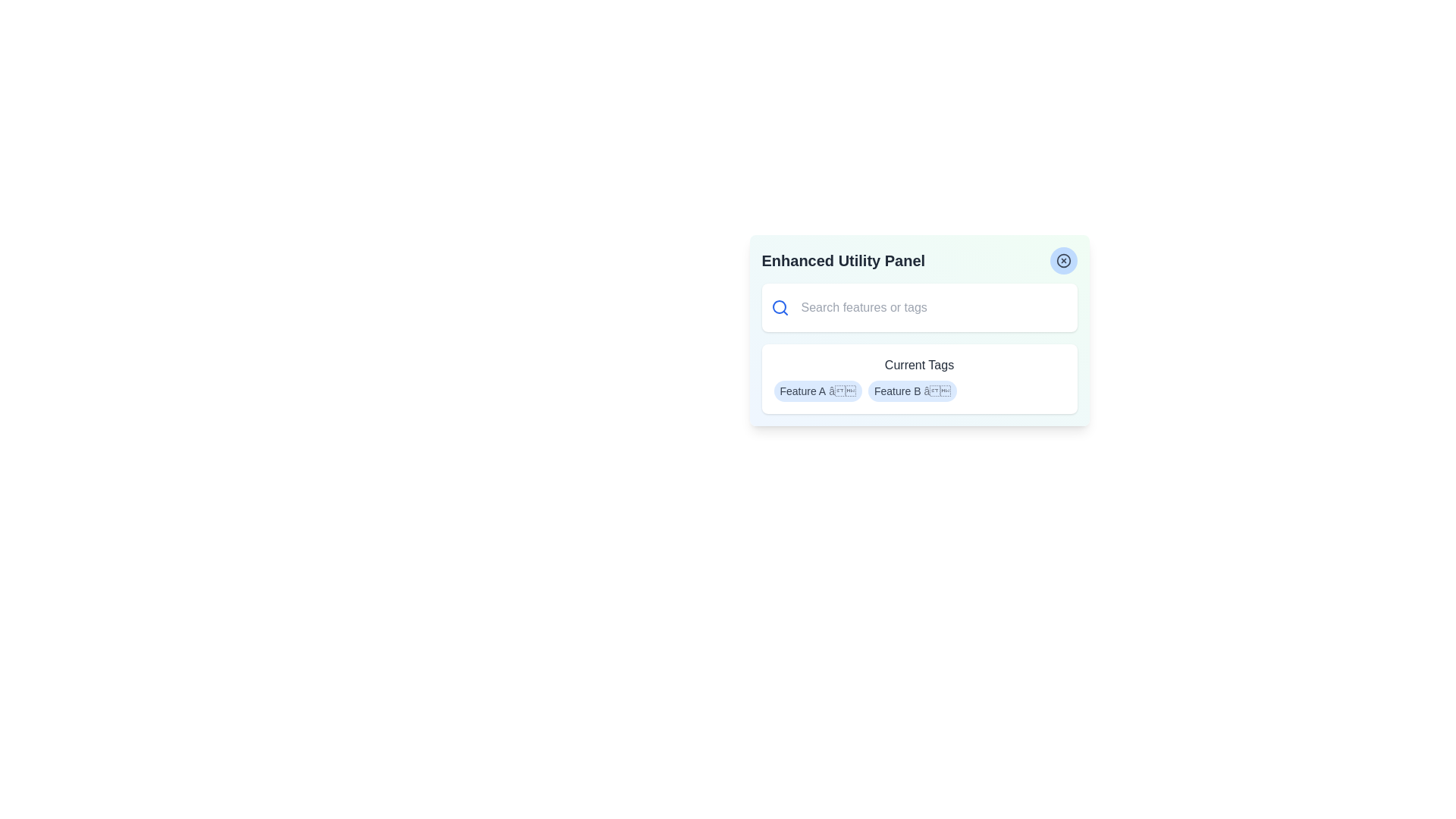 This screenshot has width=1456, height=819. What do you see at coordinates (937, 391) in the screenshot?
I see `the close button associated with the 'Feature B' tag` at bounding box center [937, 391].